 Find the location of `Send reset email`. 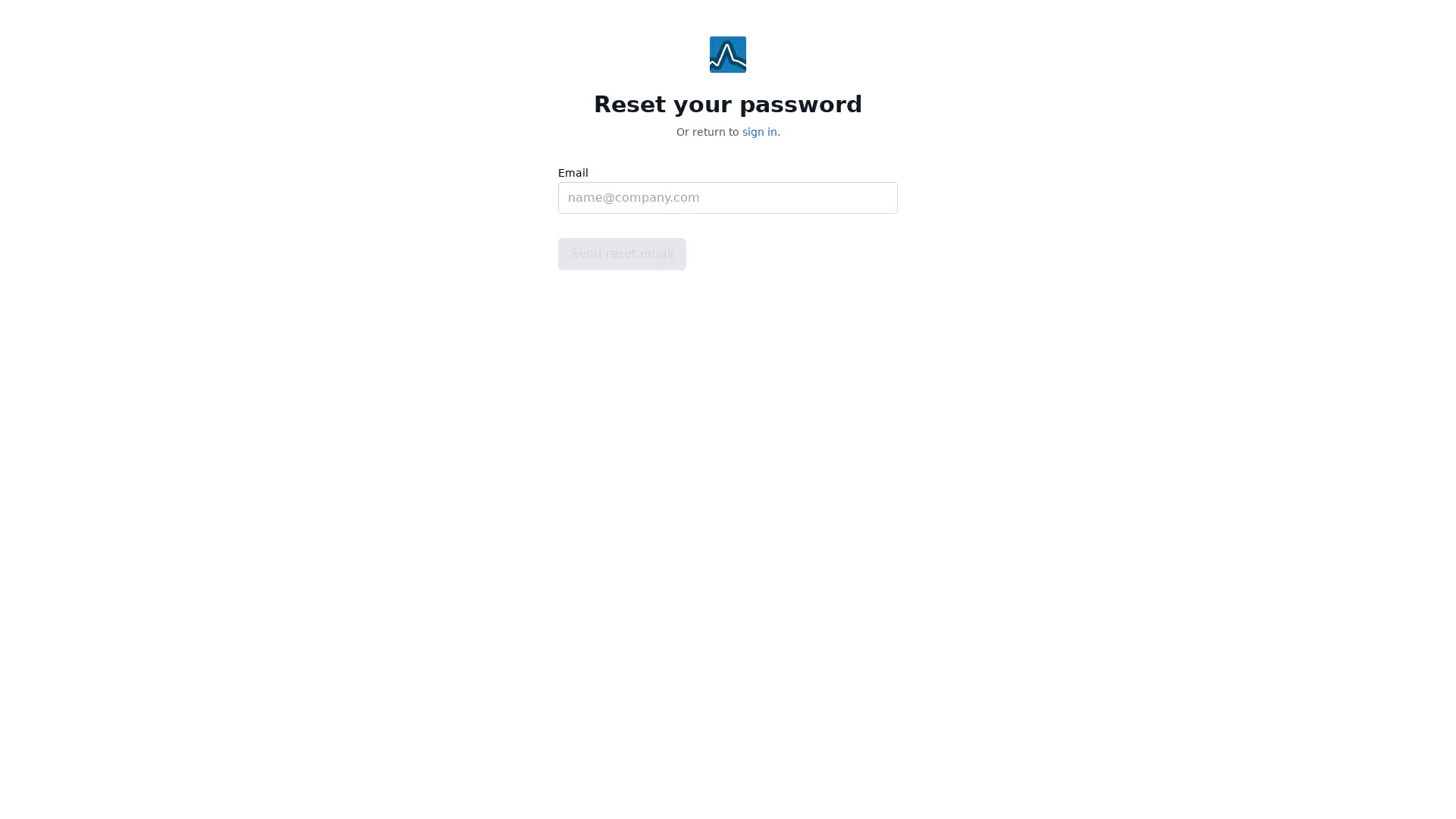

Send reset email is located at coordinates (622, 253).